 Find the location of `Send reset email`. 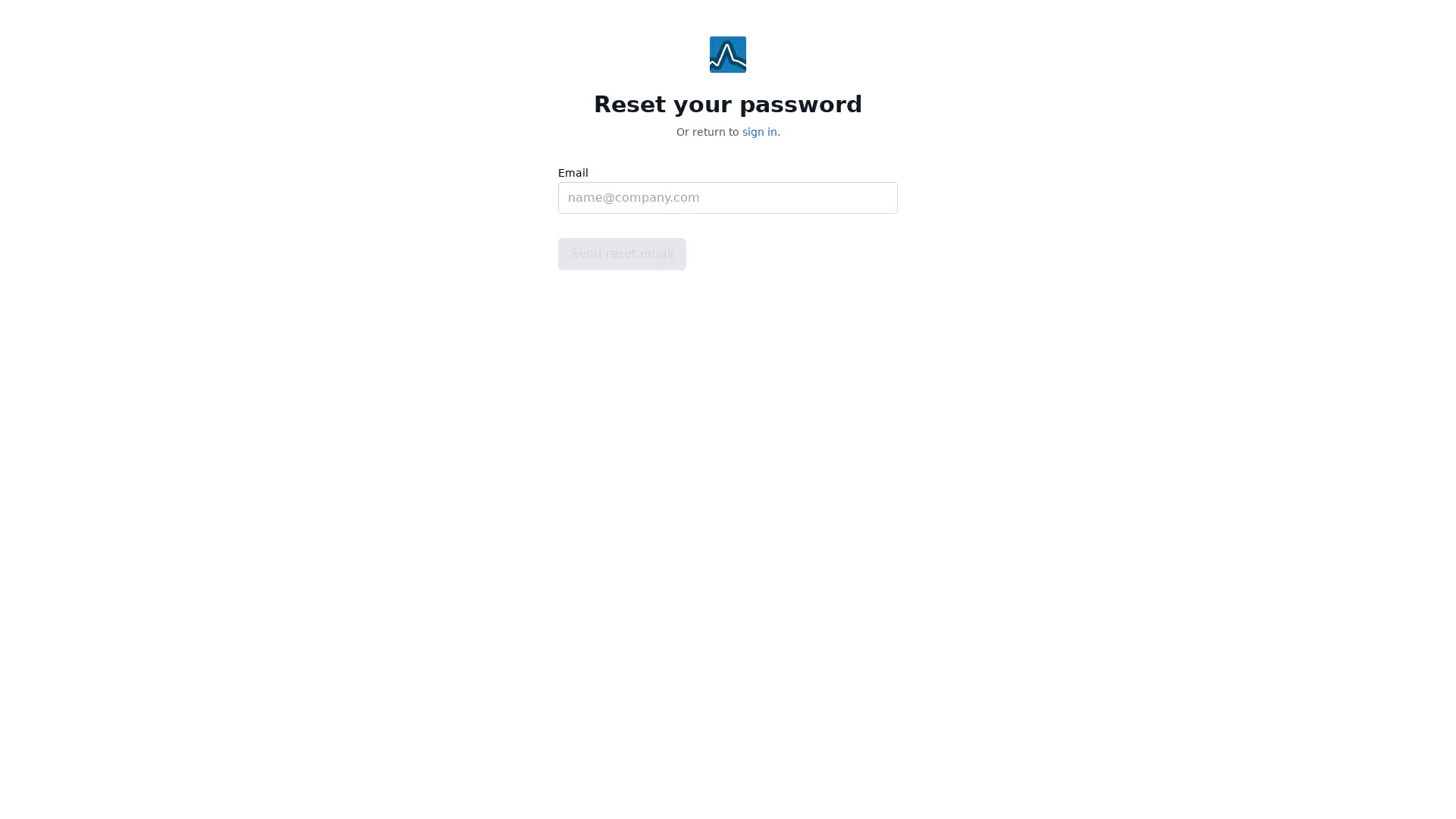

Send reset email is located at coordinates (622, 253).